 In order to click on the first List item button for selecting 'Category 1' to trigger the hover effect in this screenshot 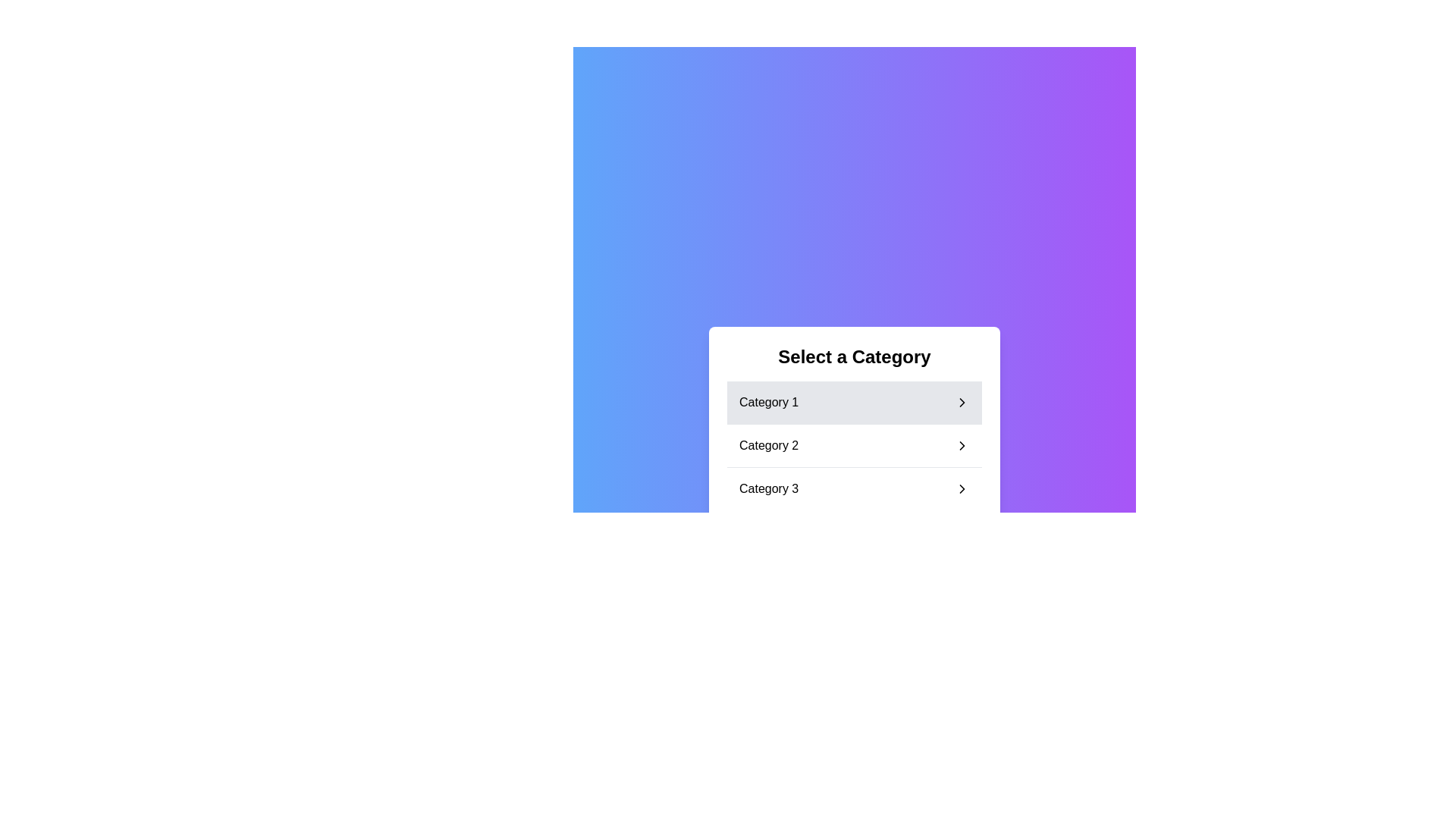, I will do `click(855, 402)`.